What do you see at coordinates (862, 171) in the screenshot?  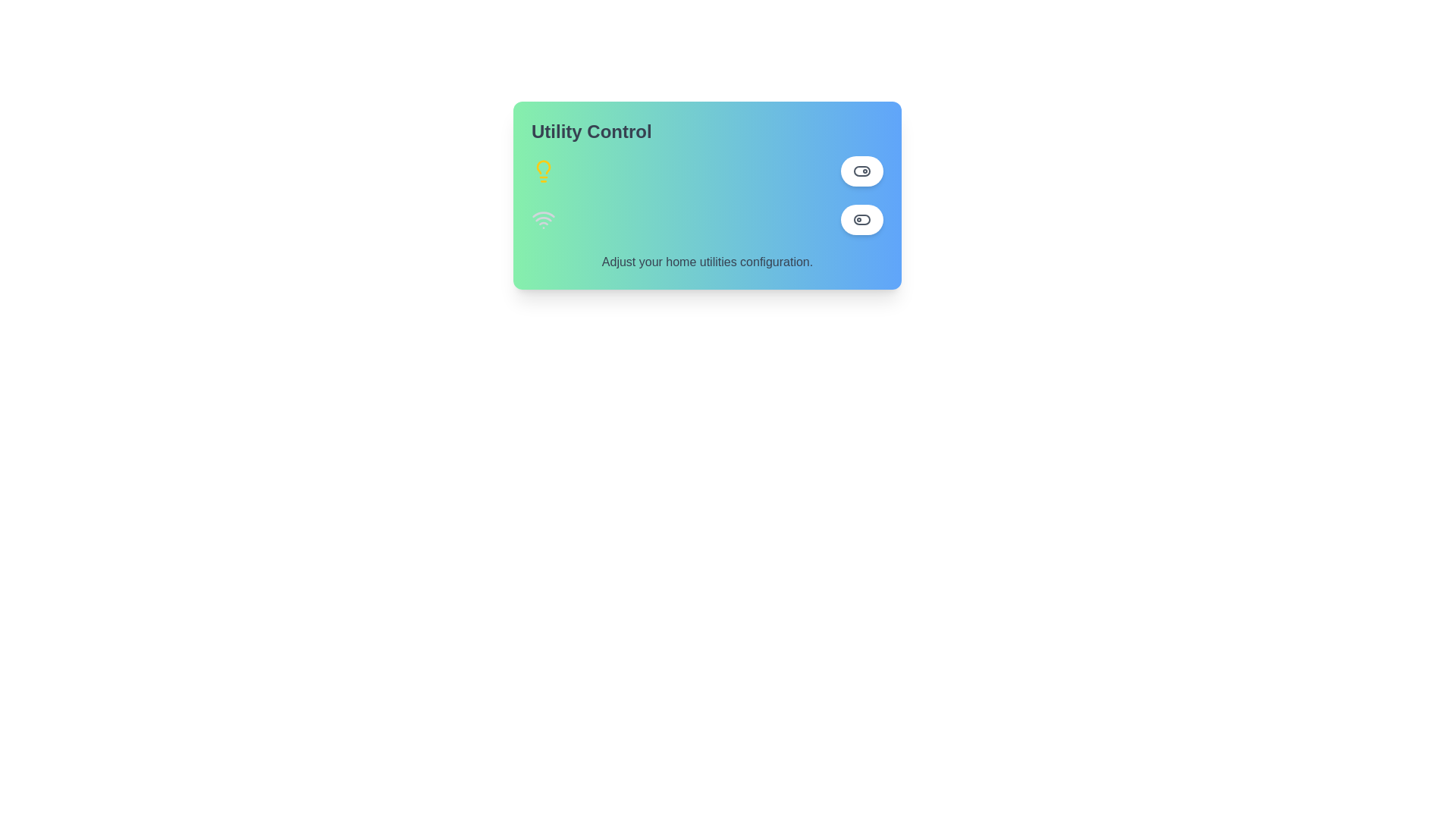 I see `the toggle switch located at the bottom right corner of a rounded white box` at bounding box center [862, 171].